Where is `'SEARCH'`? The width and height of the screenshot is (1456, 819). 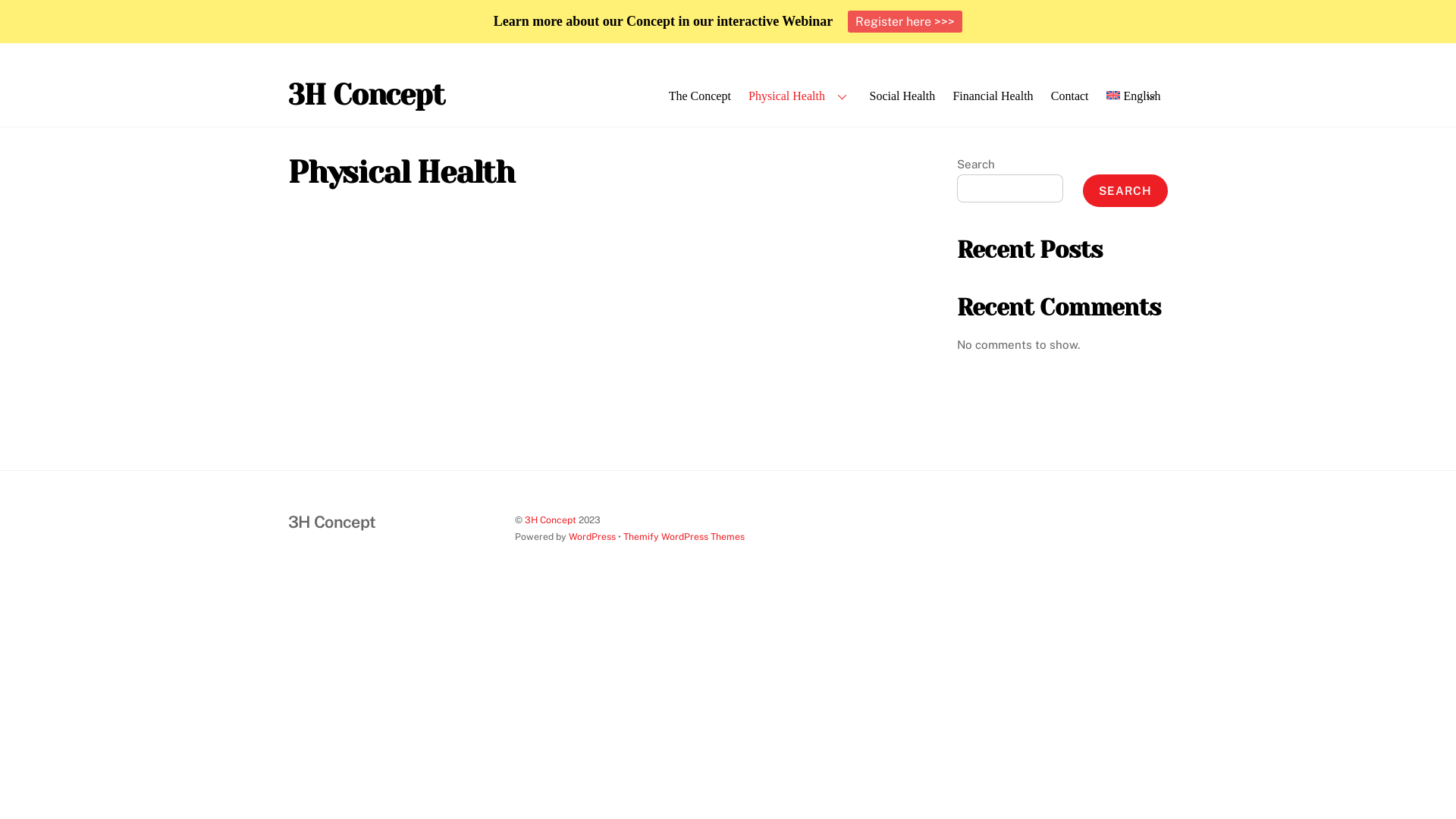 'SEARCH' is located at coordinates (1125, 190).